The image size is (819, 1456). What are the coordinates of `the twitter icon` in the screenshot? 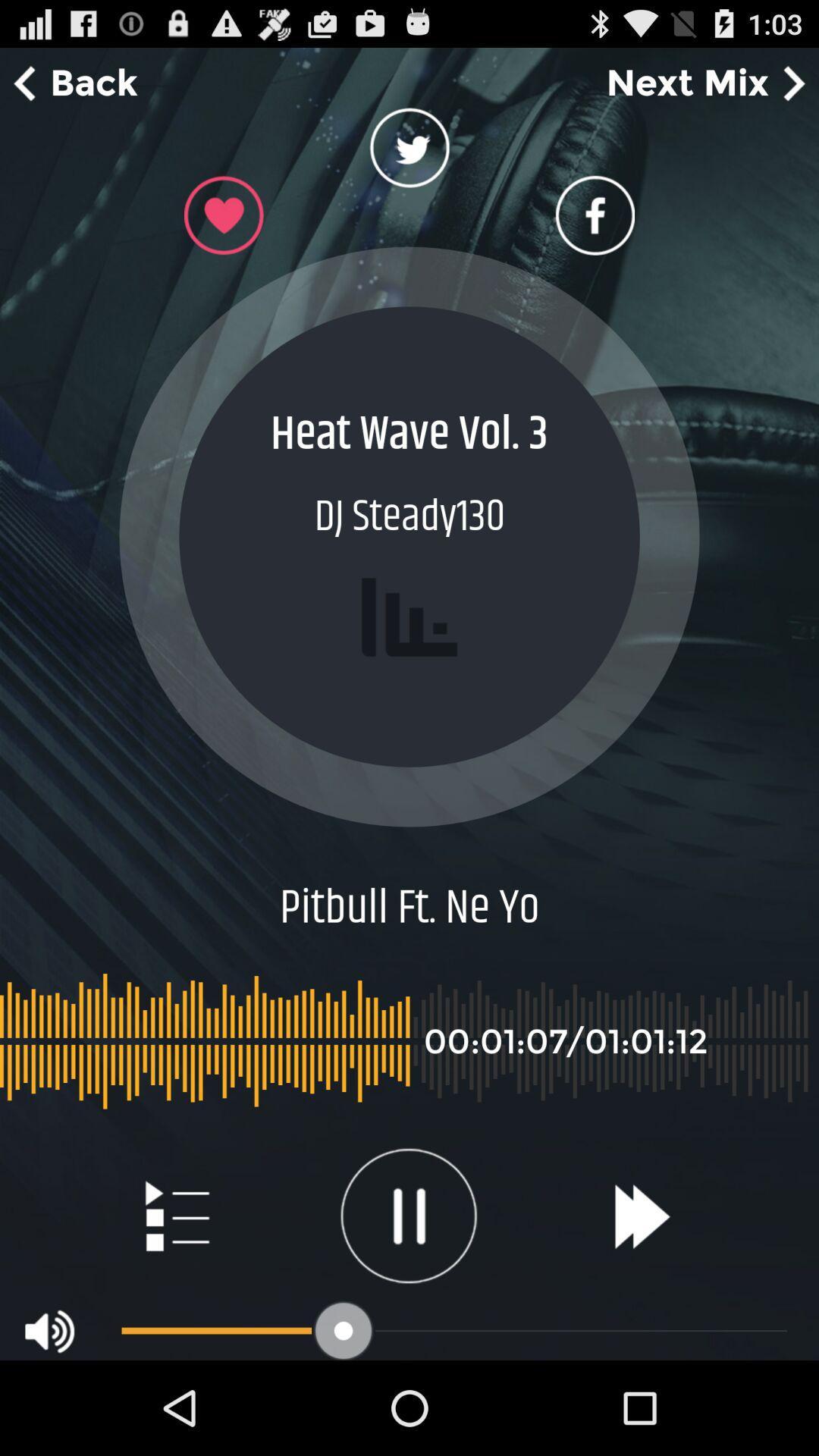 It's located at (409, 163).